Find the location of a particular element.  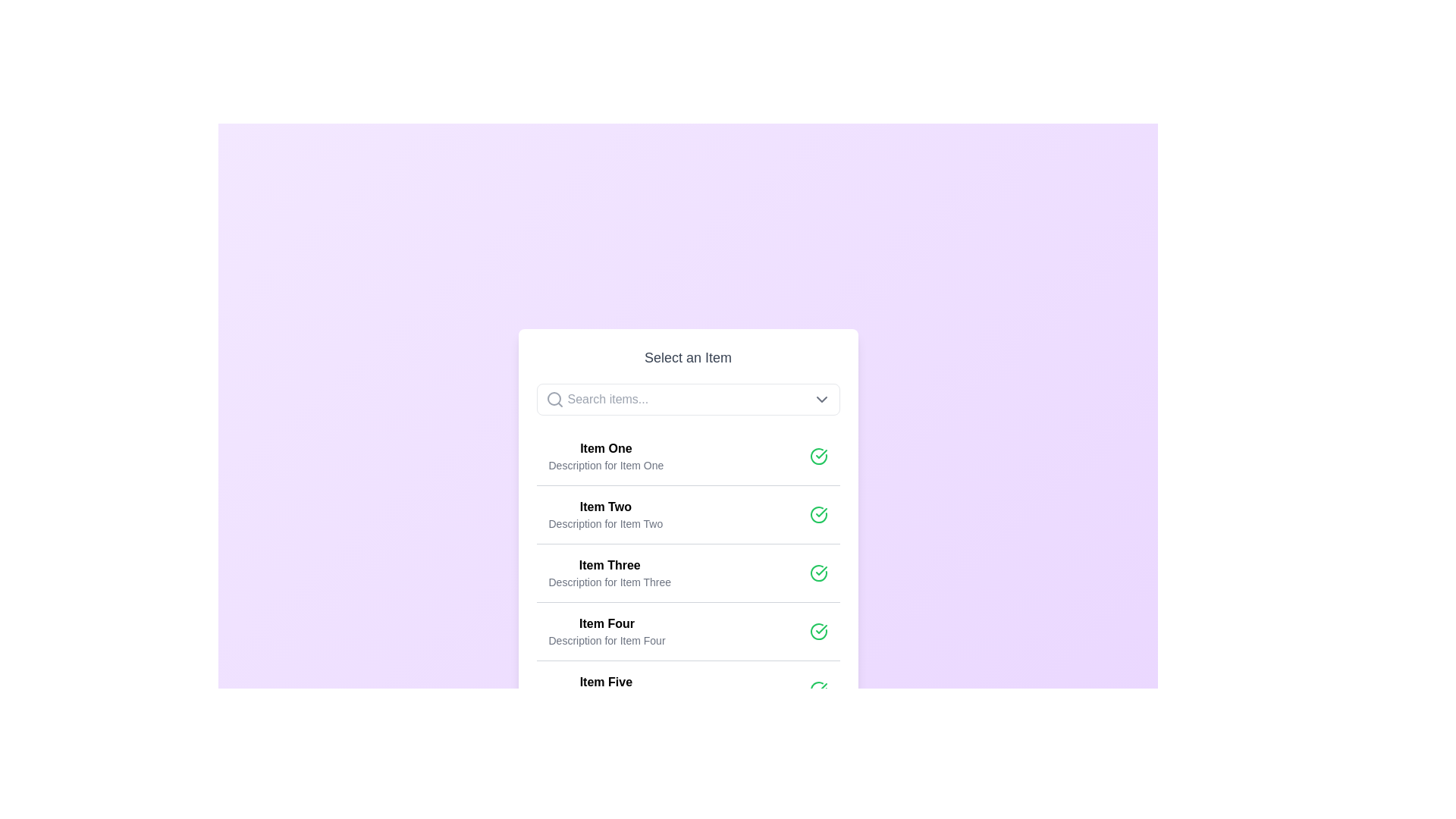

the confirmation icon located near the right side of the third list item labeled 'Item Three', indicating its active or completed status is located at coordinates (817, 573).